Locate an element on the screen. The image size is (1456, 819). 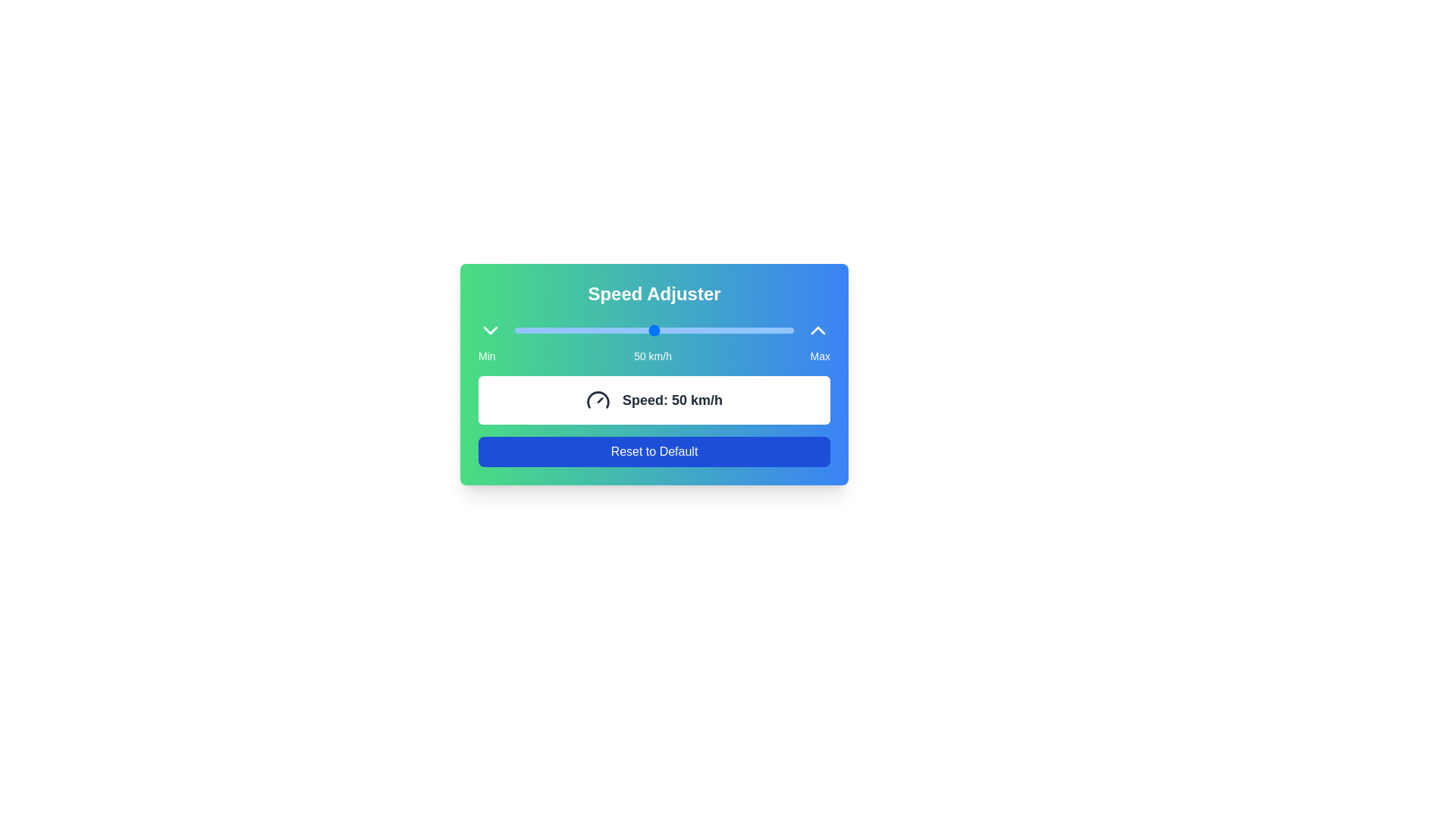
current speed value displayed in the text component located within a white rectangular box, positioned to the right of a gauge icon is located at coordinates (672, 400).